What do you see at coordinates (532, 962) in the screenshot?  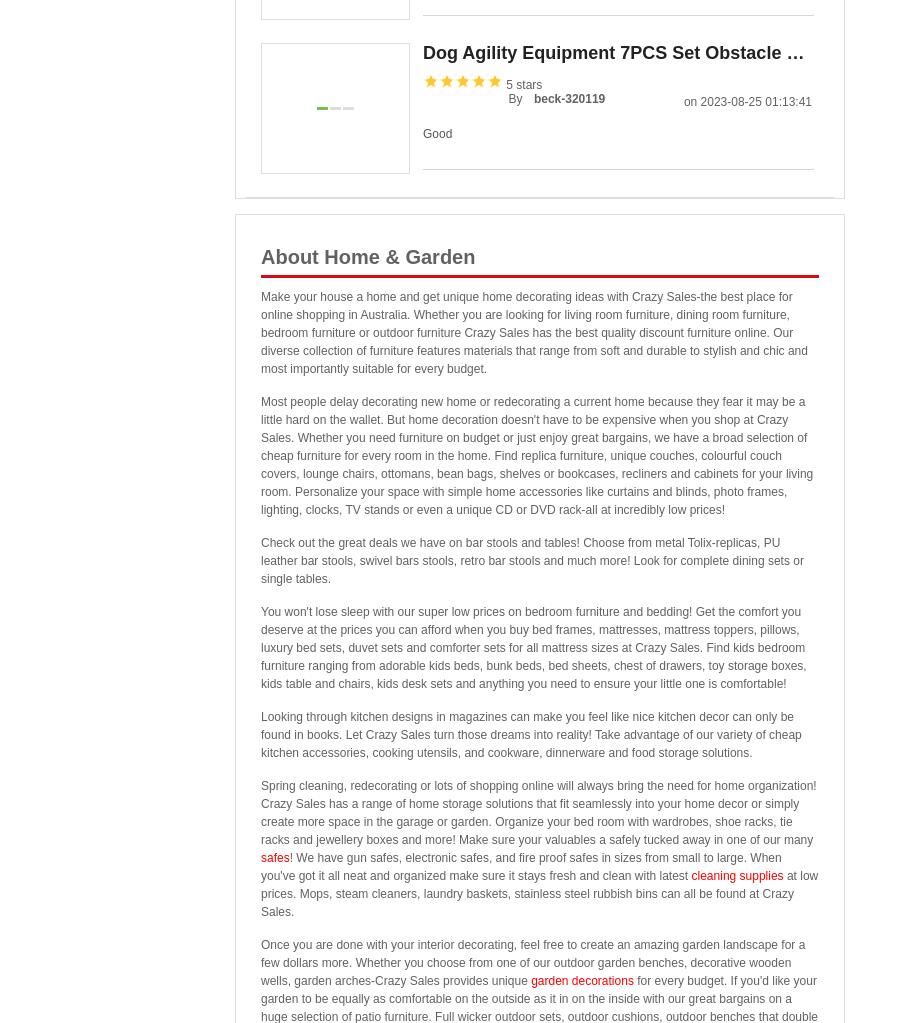 I see `'Once you are done with your interior decorating, feel free to create an amazing garden landscape for a few dollars more. Whether you choose from one of our outdoor garden benches, decorative wooden wells, garden arches-Crazy Sales provides unique'` at bounding box center [532, 962].